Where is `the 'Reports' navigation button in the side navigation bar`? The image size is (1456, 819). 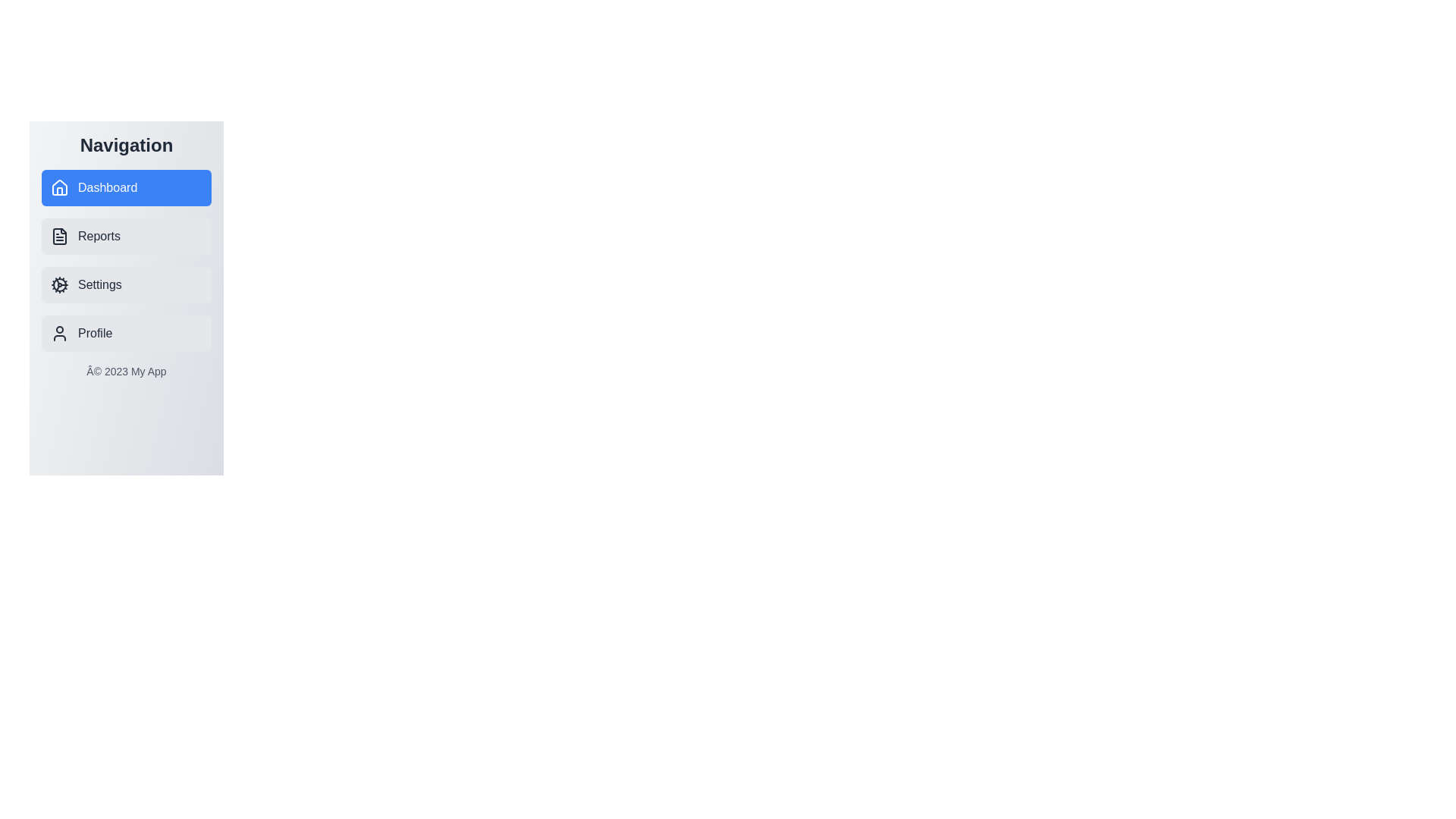 the 'Reports' navigation button in the side navigation bar is located at coordinates (127, 237).